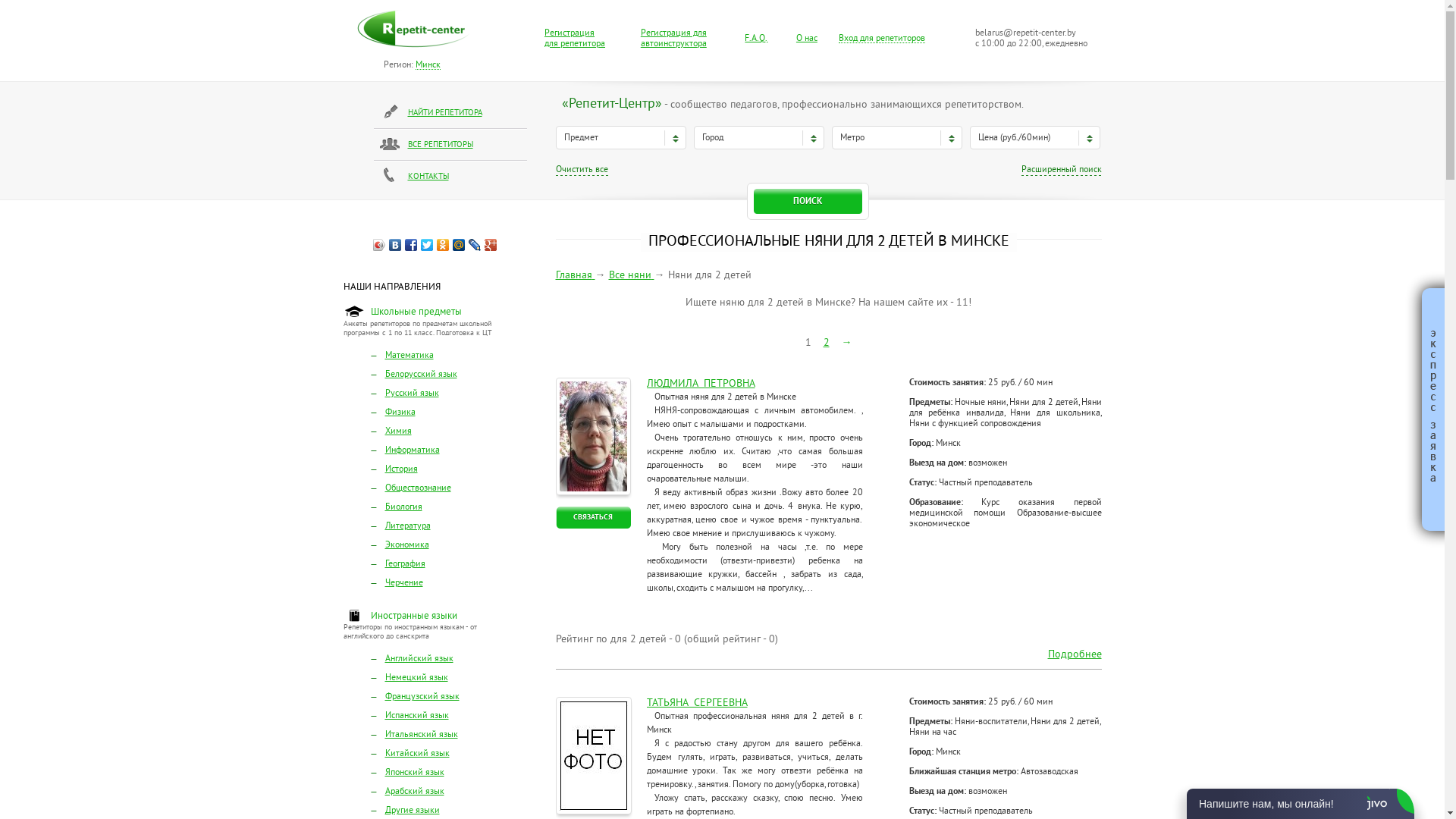 The width and height of the screenshot is (1456, 819). What do you see at coordinates (825, 343) in the screenshot?
I see `'2'` at bounding box center [825, 343].